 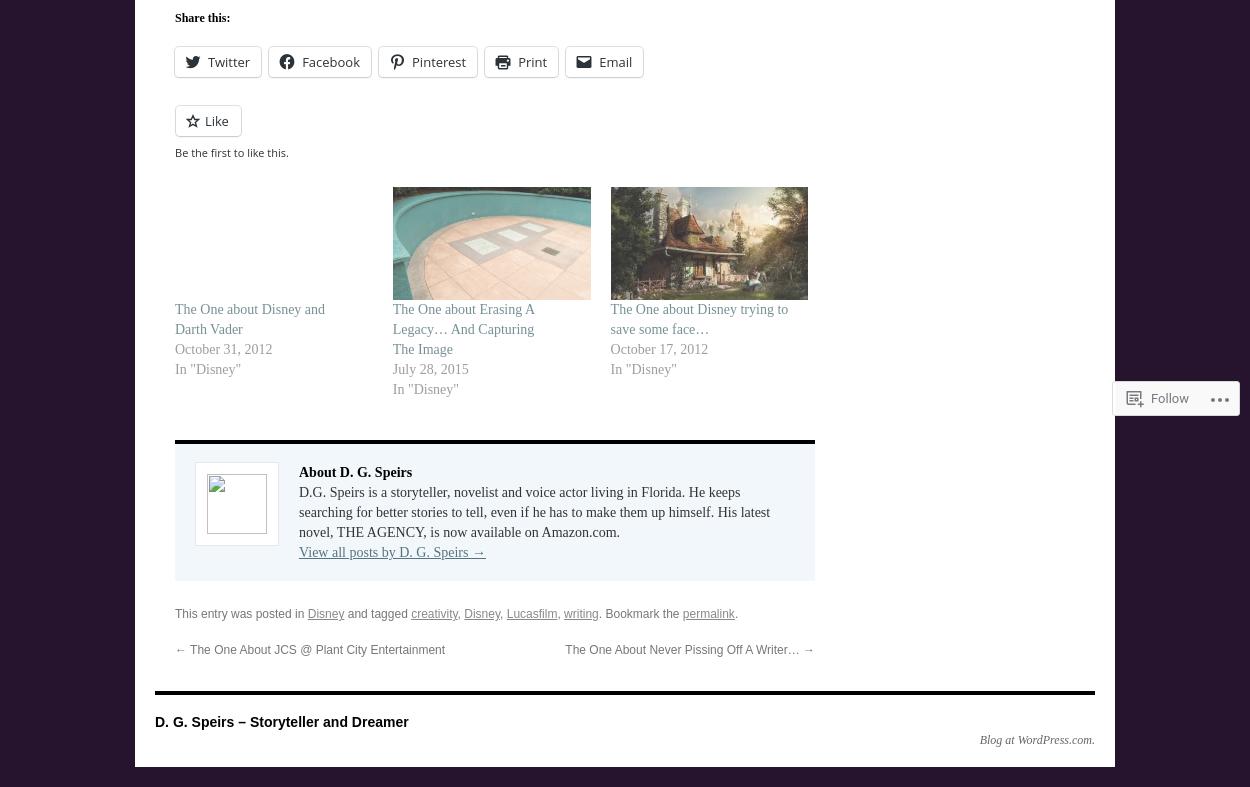 I want to click on 'Print', so click(x=532, y=61).